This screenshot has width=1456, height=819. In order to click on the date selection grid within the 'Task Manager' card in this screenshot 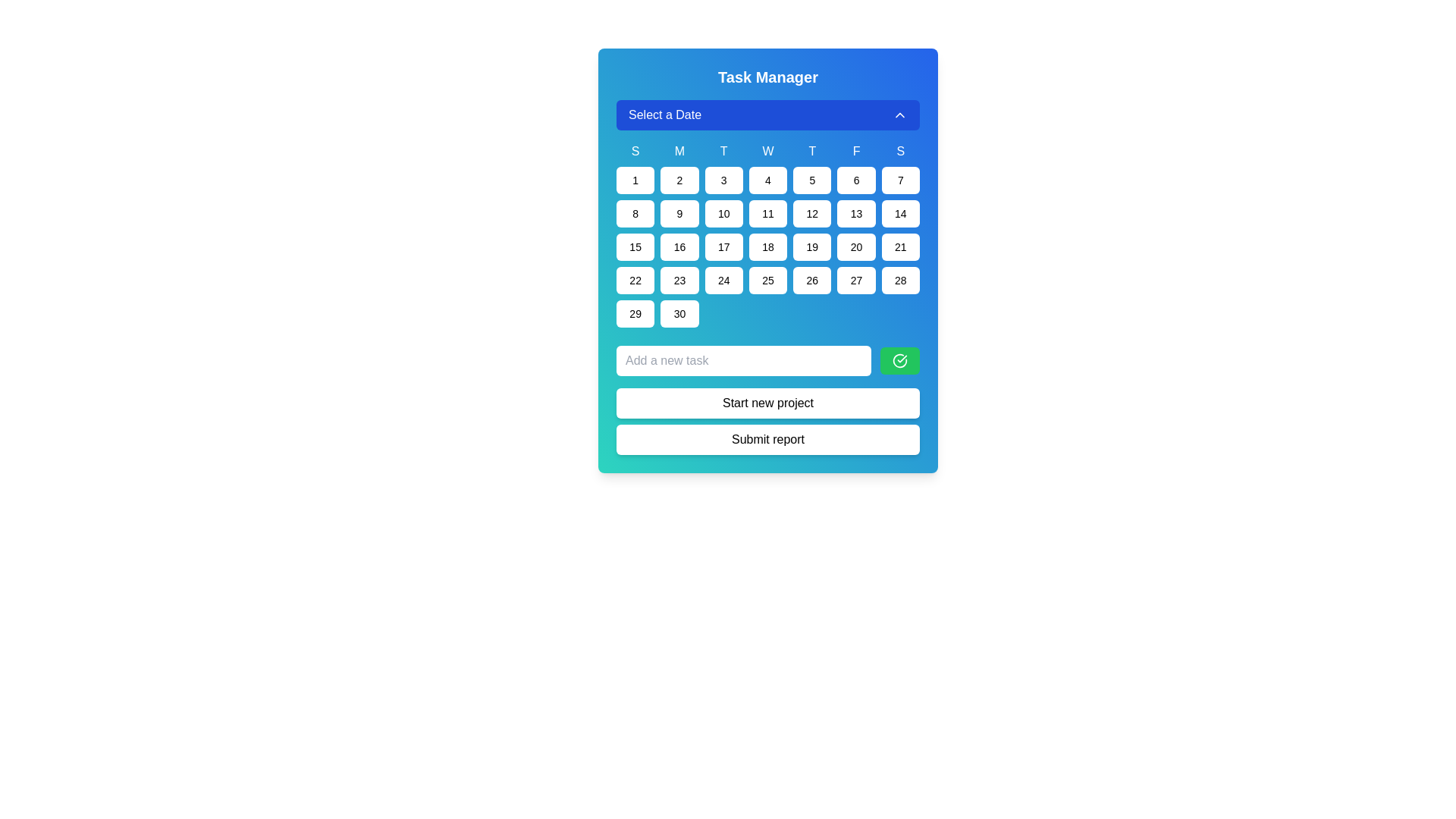, I will do `click(767, 213)`.